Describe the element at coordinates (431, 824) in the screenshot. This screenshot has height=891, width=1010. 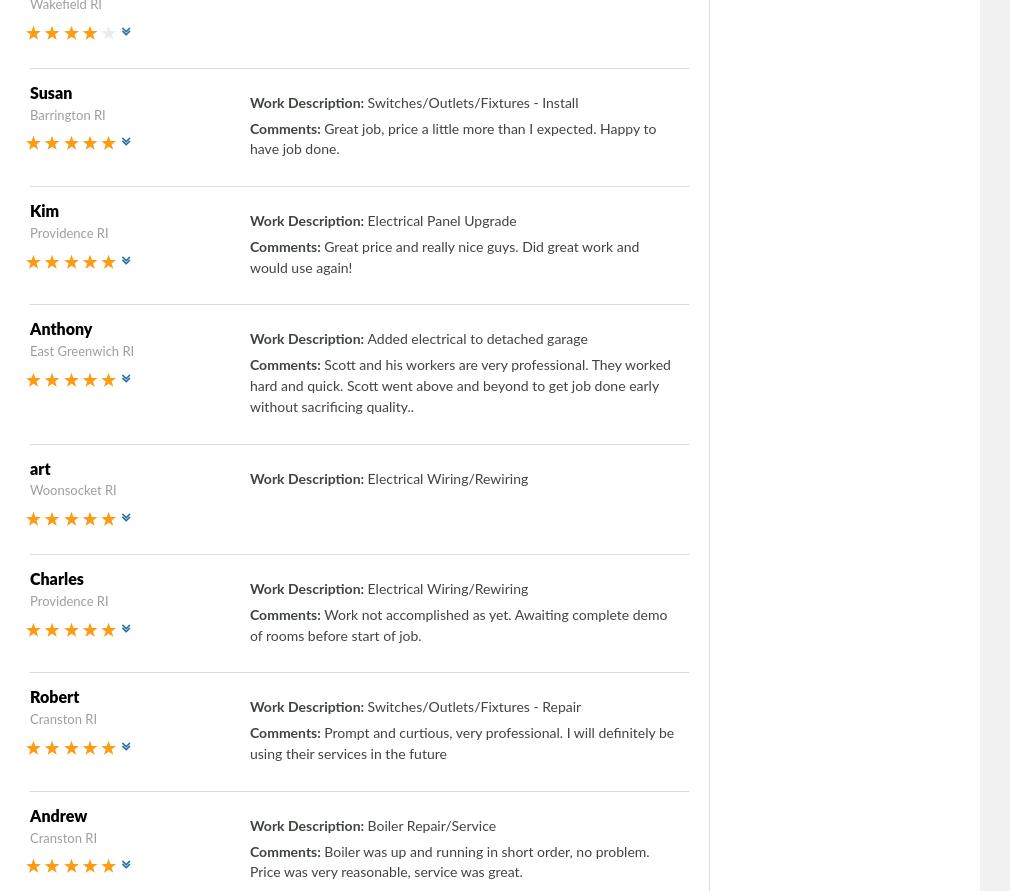
I see `'Boiler Repair/Service'` at that location.